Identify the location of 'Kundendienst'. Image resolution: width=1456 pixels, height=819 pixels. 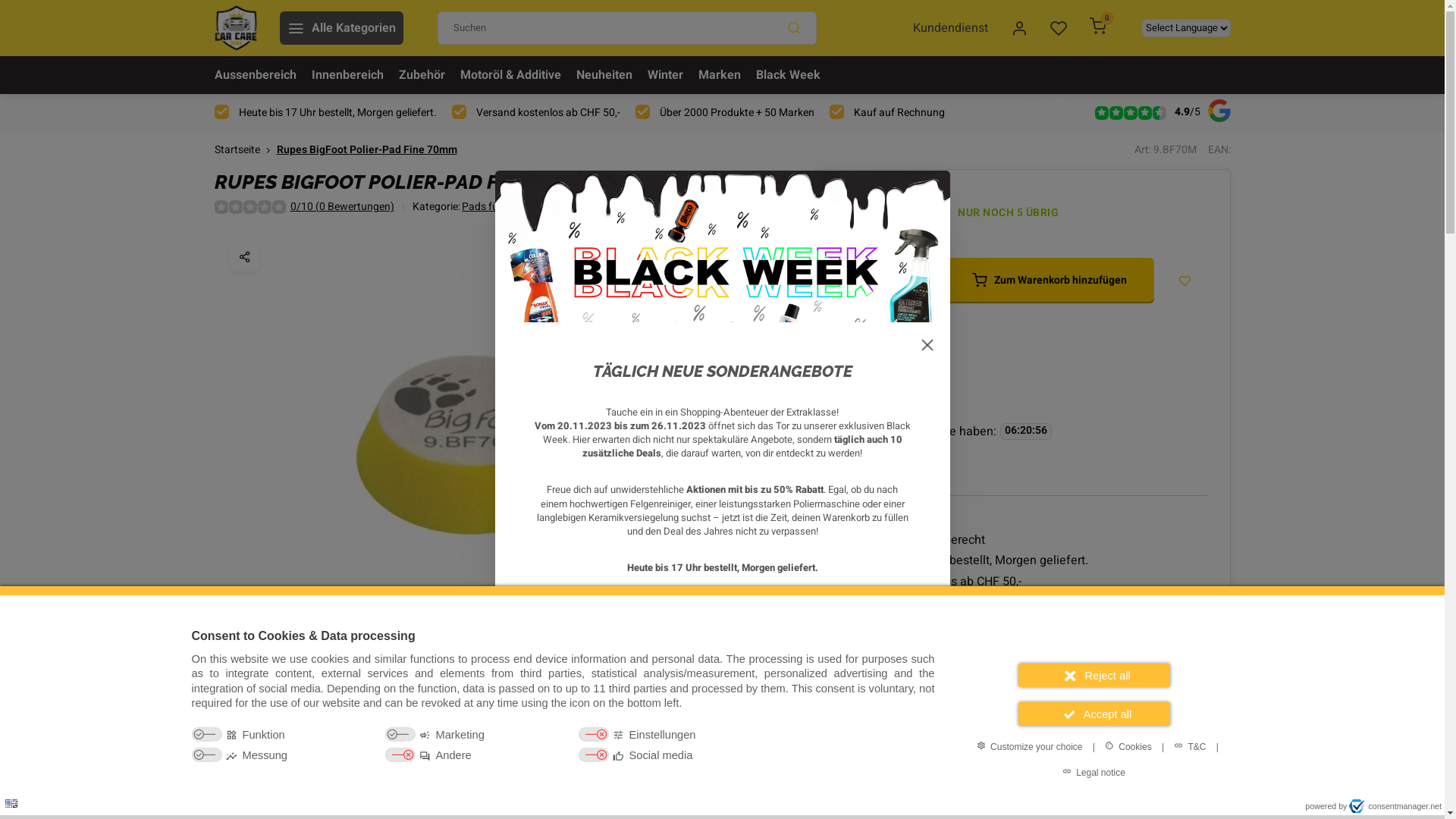
(949, 28).